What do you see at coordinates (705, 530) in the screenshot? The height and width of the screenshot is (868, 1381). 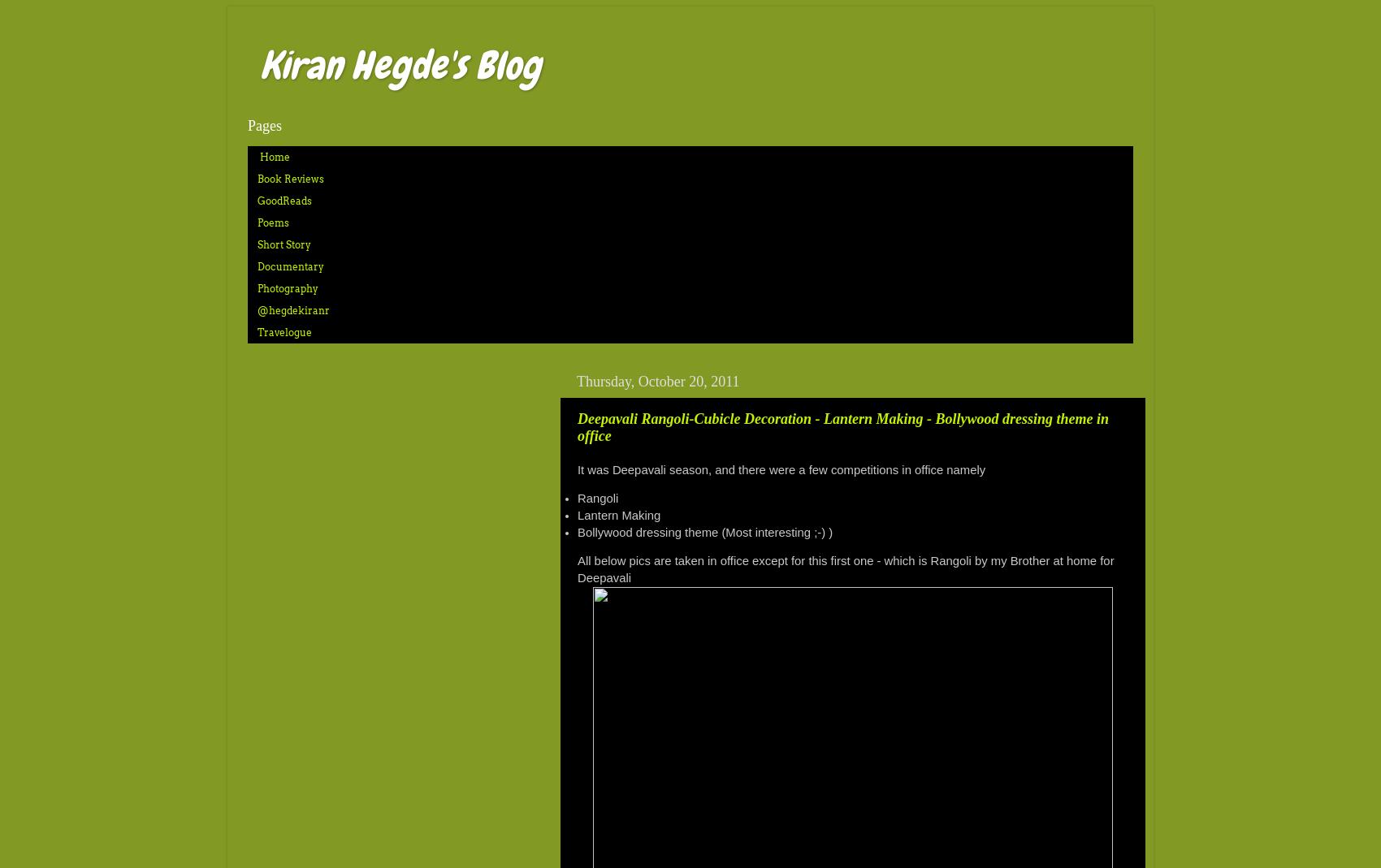 I see `'Bollywood dressing theme (Most interesting ;-) )'` at bounding box center [705, 530].